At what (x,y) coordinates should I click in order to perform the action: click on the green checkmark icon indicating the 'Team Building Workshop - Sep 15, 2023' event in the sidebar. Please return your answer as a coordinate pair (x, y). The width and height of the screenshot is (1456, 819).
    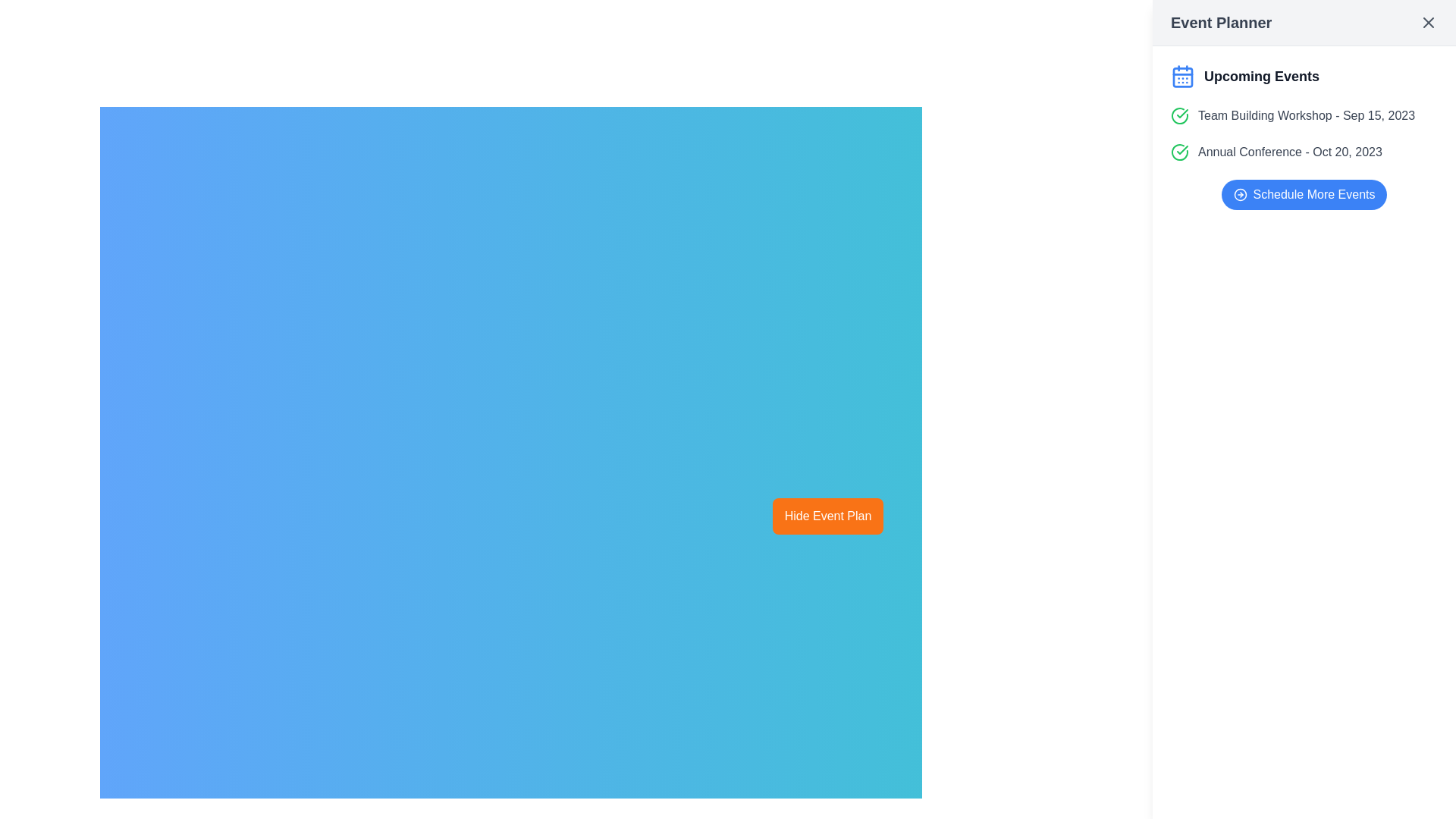
    Looking at the image, I should click on (1181, 149).